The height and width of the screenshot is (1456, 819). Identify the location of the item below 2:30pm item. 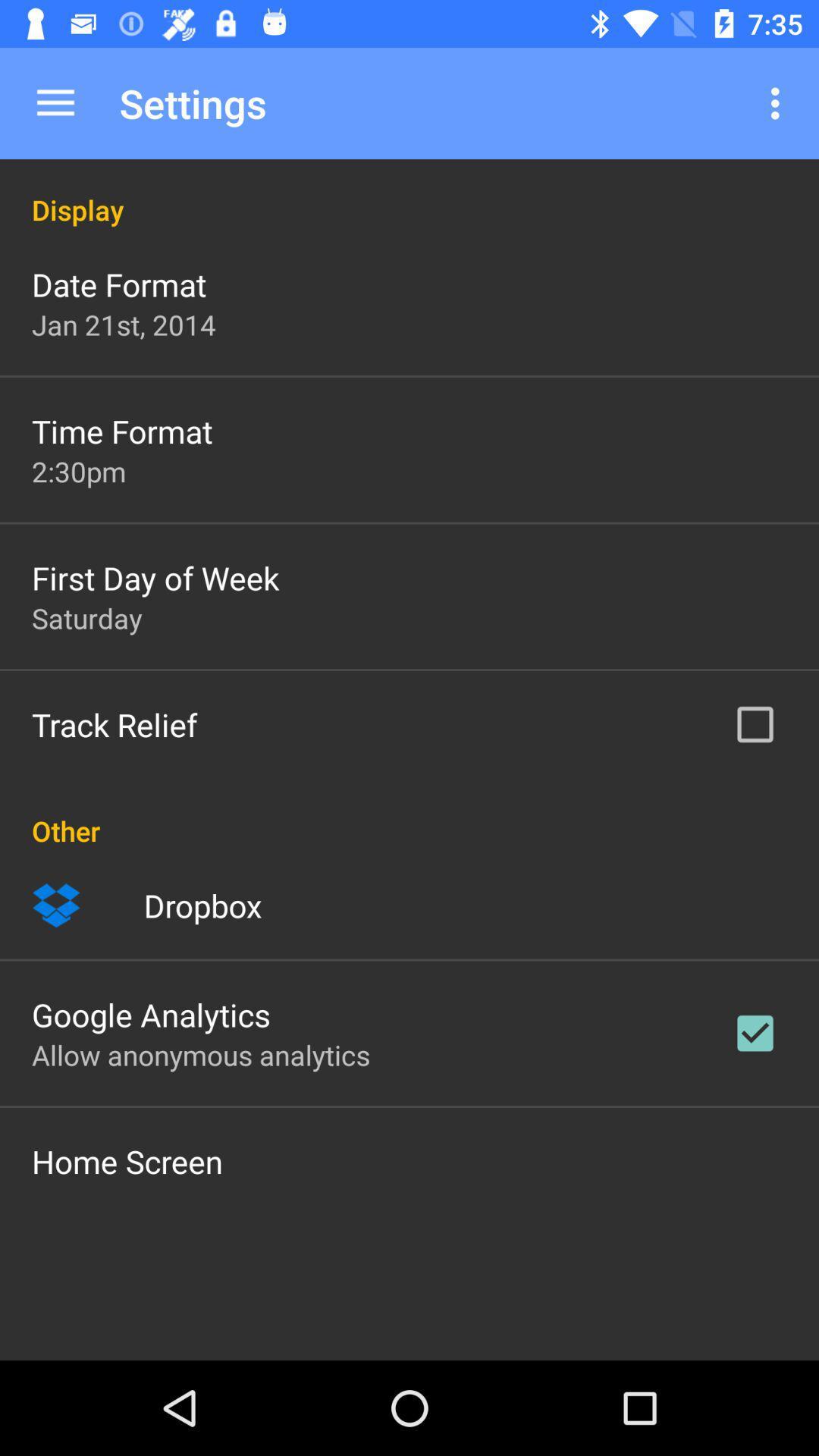
(155, 577).